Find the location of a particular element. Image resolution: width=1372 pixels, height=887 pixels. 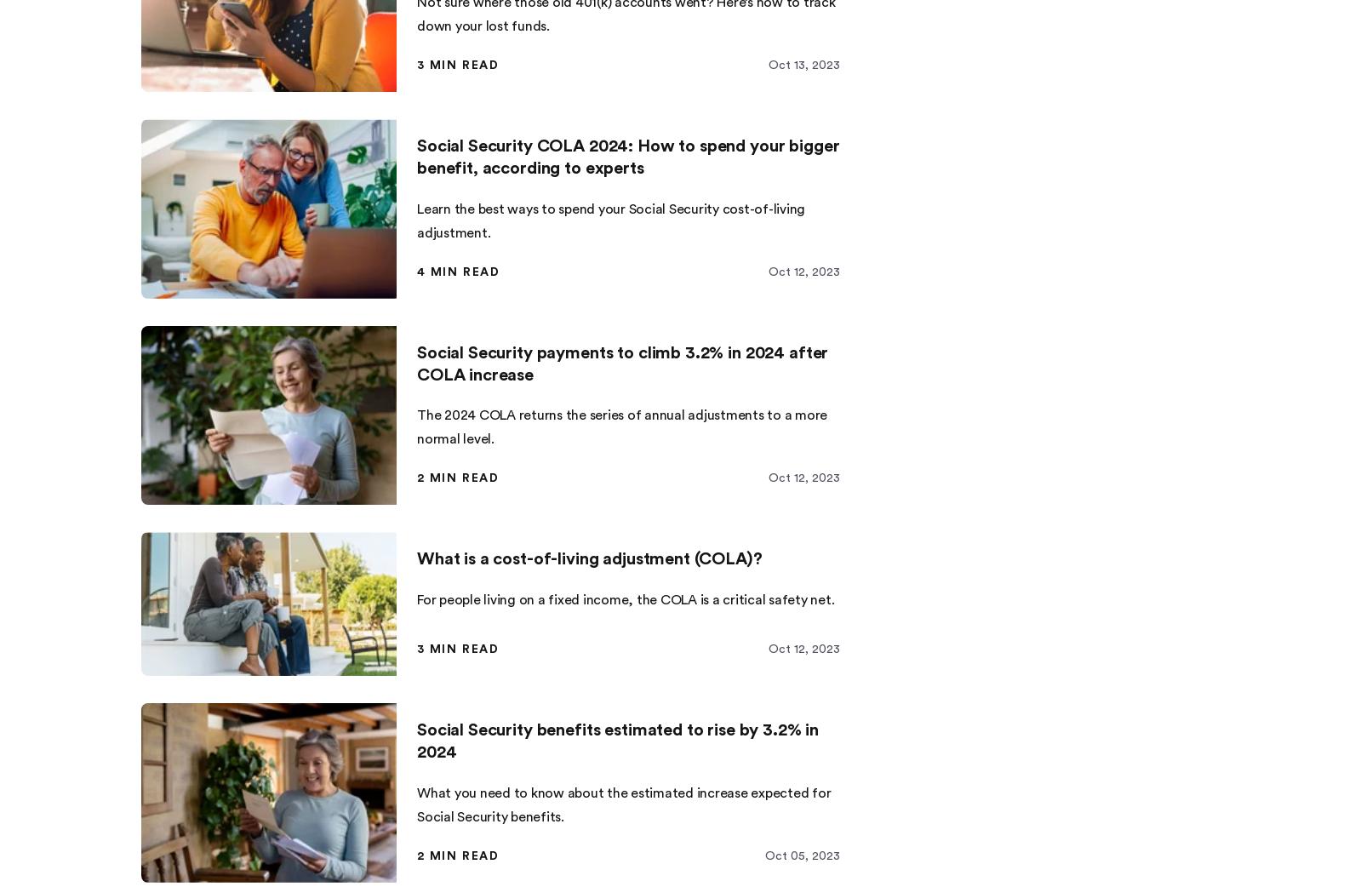

'Social Security COLA 2024: How to spend your bigger benefit, according to experts' is located at coordinates (627, 156).